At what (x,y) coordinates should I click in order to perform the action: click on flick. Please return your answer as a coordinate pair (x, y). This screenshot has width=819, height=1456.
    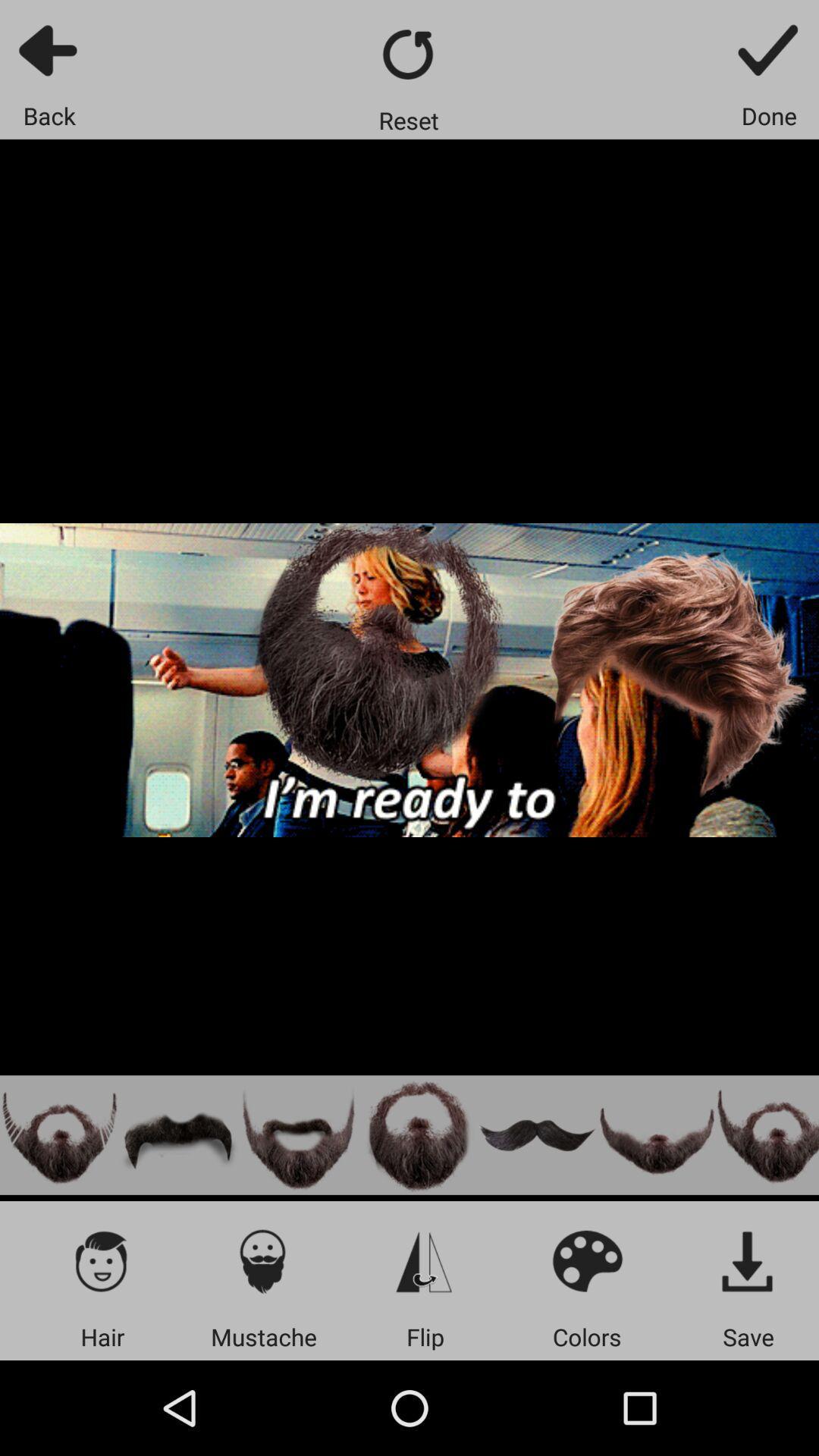
    Looking at the image, I should click on (425, 1260).